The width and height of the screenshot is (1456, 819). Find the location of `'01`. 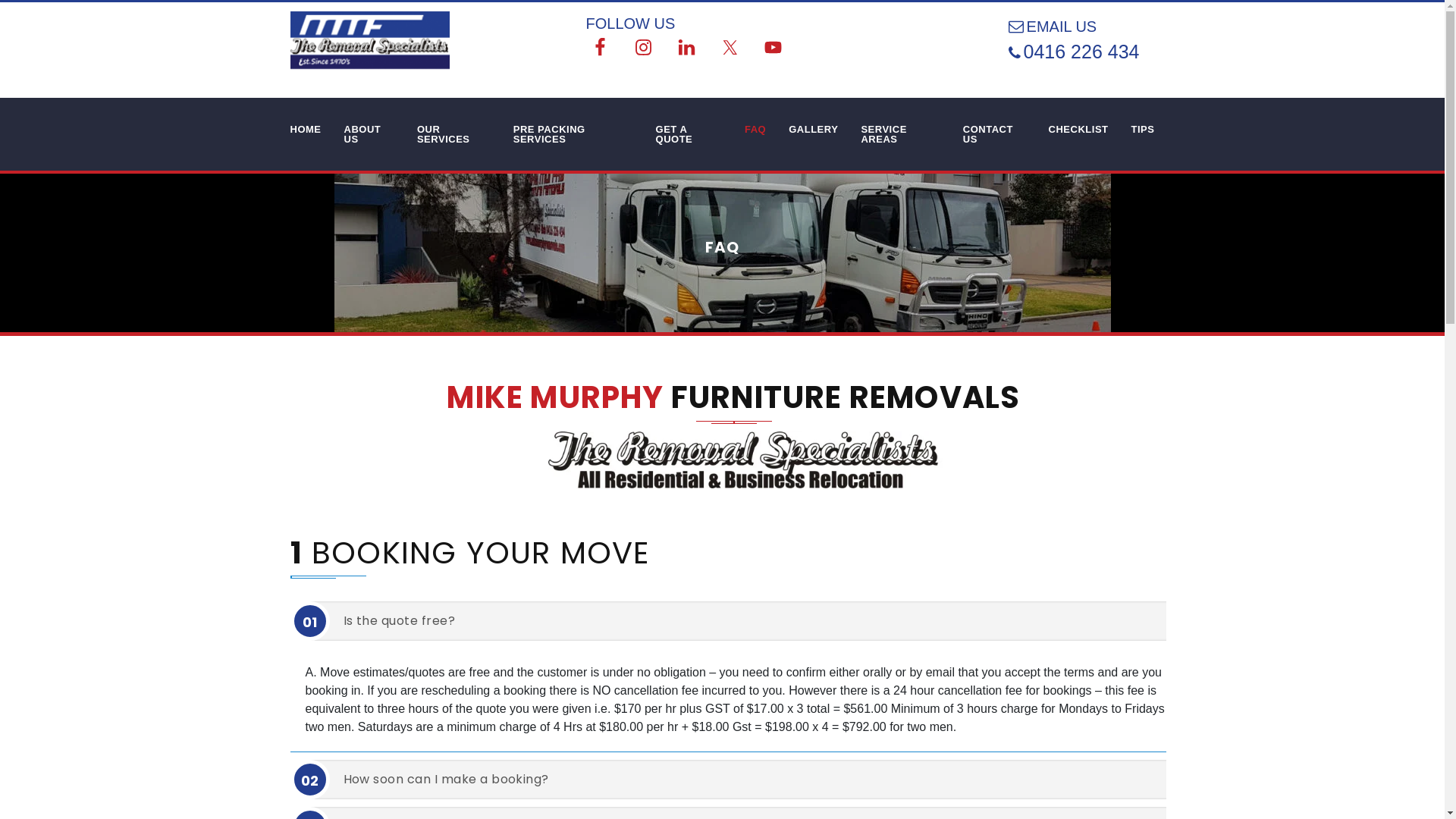

'01 is located at coordinates (745, 620).